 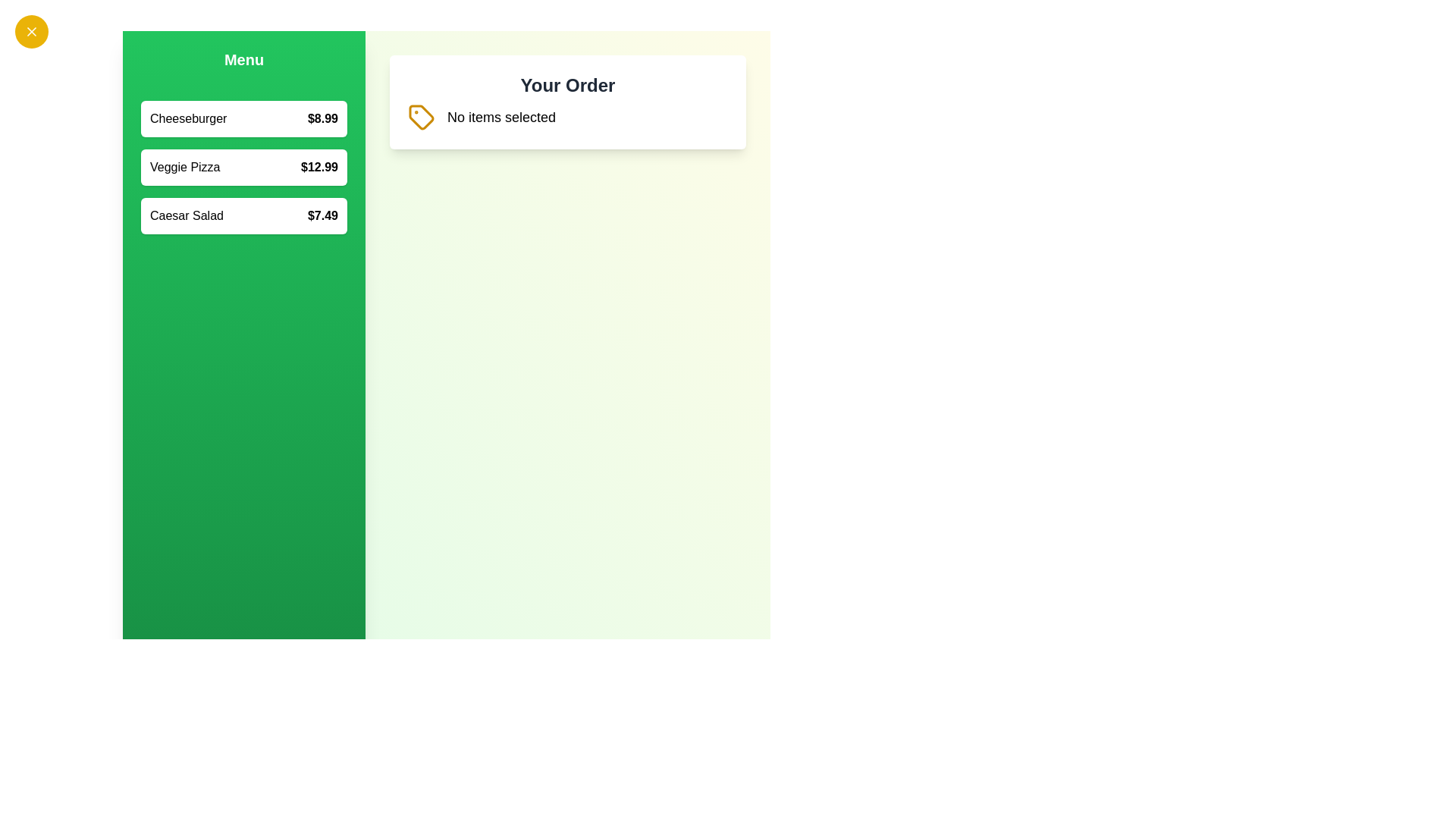 I want to click on the yellow button in the top-left corner to observe the background color change, so click(x=32, y=32).